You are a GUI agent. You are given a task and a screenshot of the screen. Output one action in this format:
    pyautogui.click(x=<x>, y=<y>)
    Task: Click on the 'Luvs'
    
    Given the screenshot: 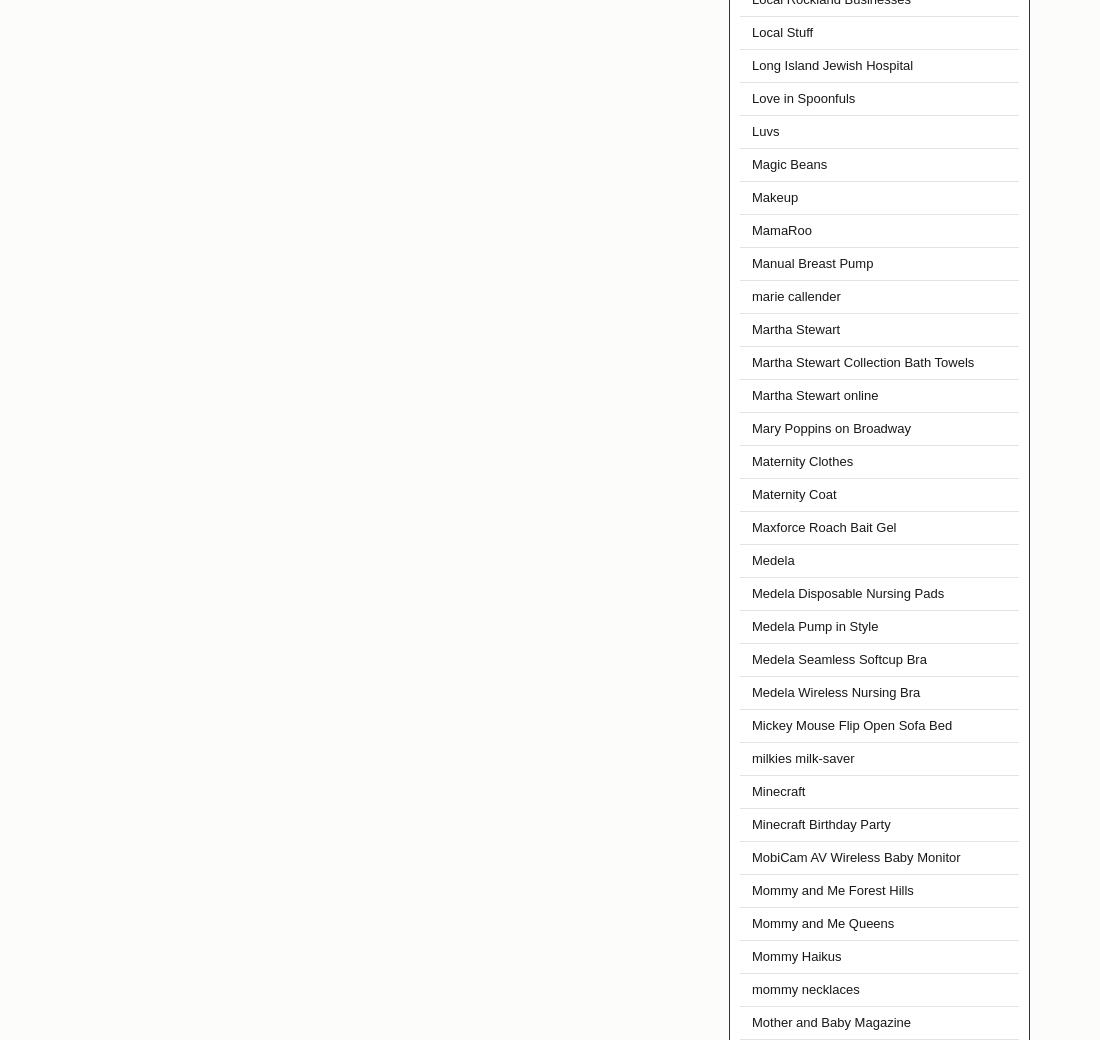 What is the action you would take?
    pyautogui.click(x=765, y=131)
    